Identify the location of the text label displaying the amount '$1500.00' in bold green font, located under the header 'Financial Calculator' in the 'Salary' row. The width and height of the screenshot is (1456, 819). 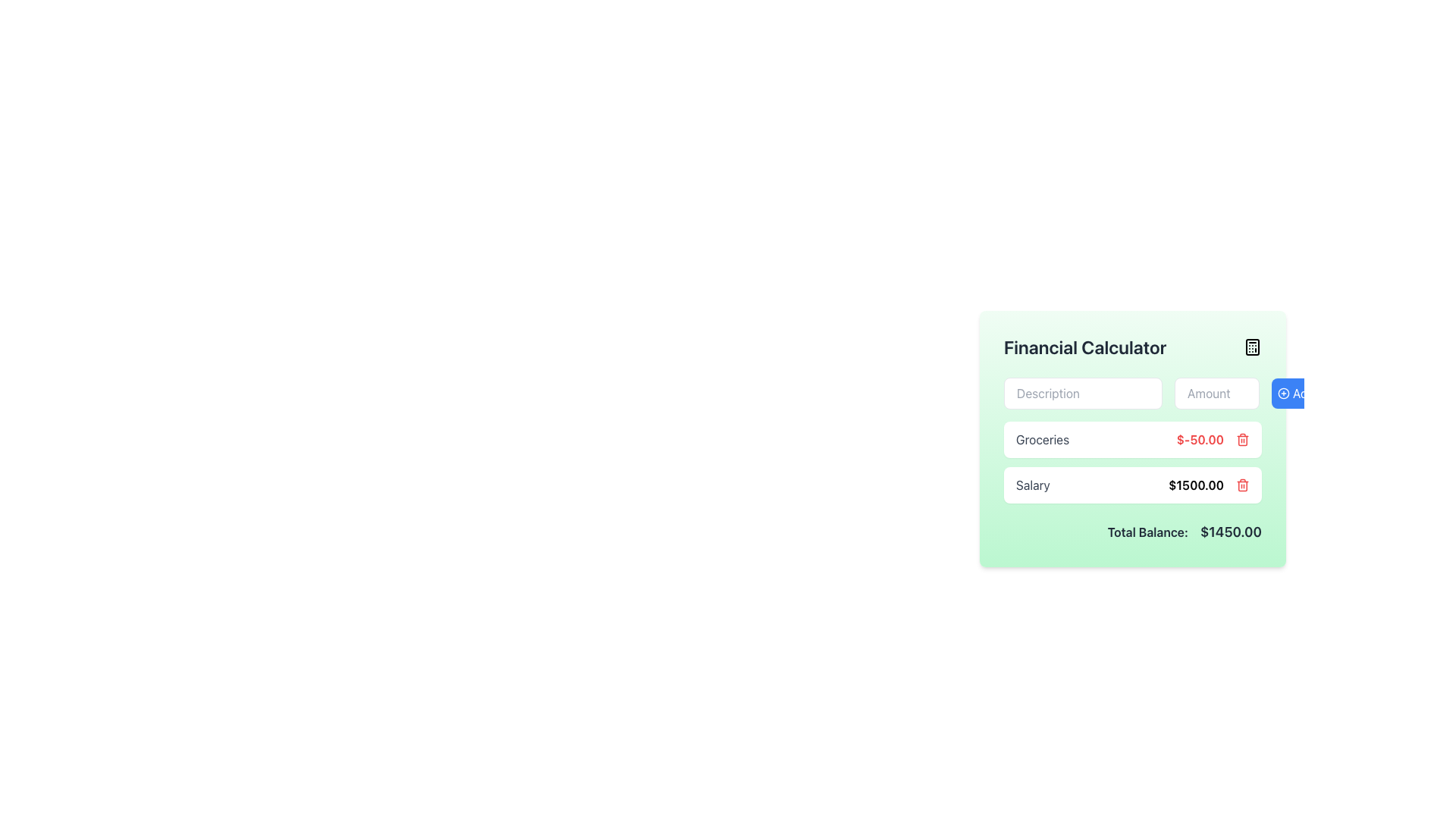
(1195, 485).